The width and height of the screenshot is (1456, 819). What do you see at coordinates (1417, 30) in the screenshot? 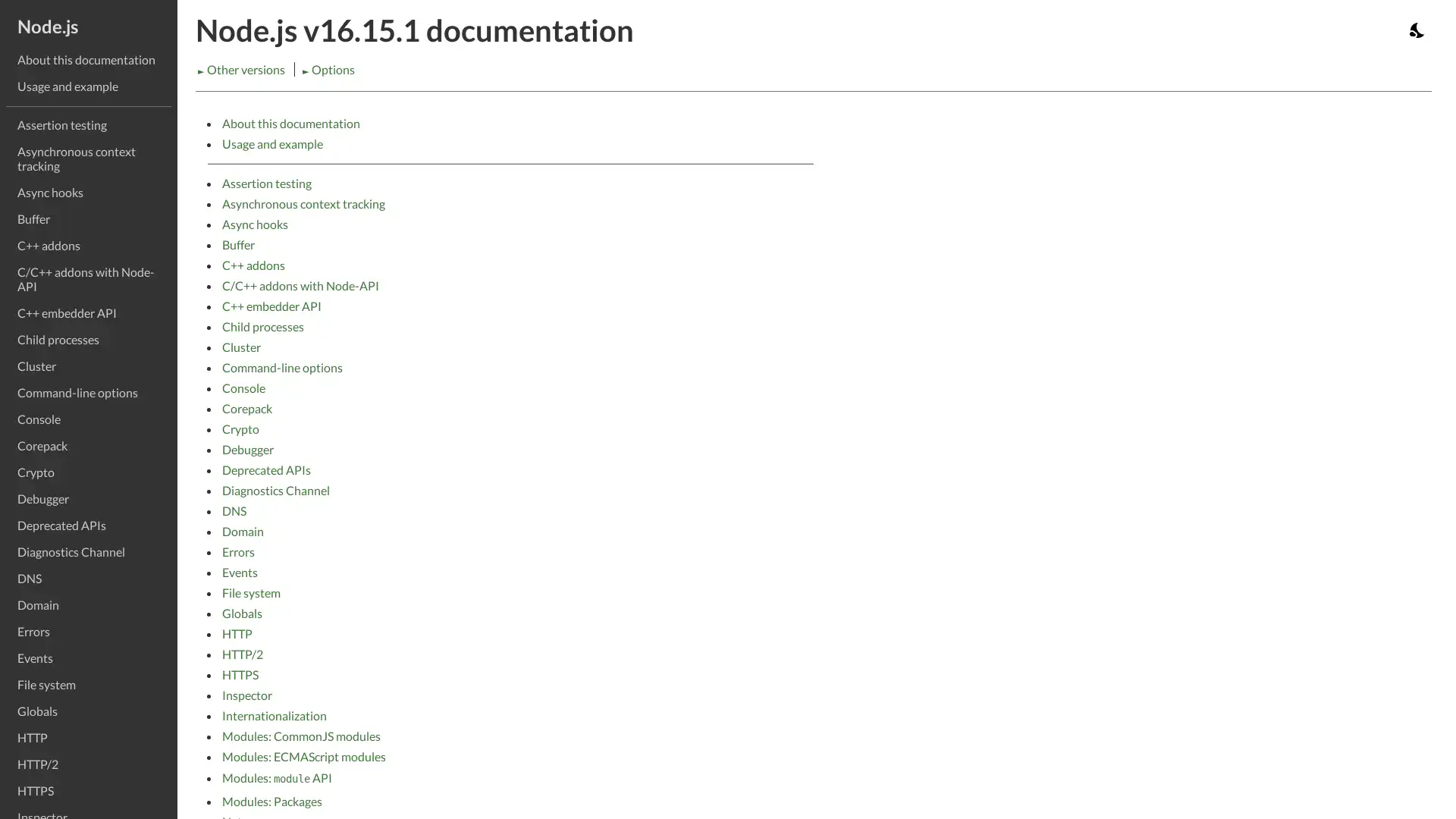
I see `Toggle dark mode/light mode` at bounding box center [1417, 30].